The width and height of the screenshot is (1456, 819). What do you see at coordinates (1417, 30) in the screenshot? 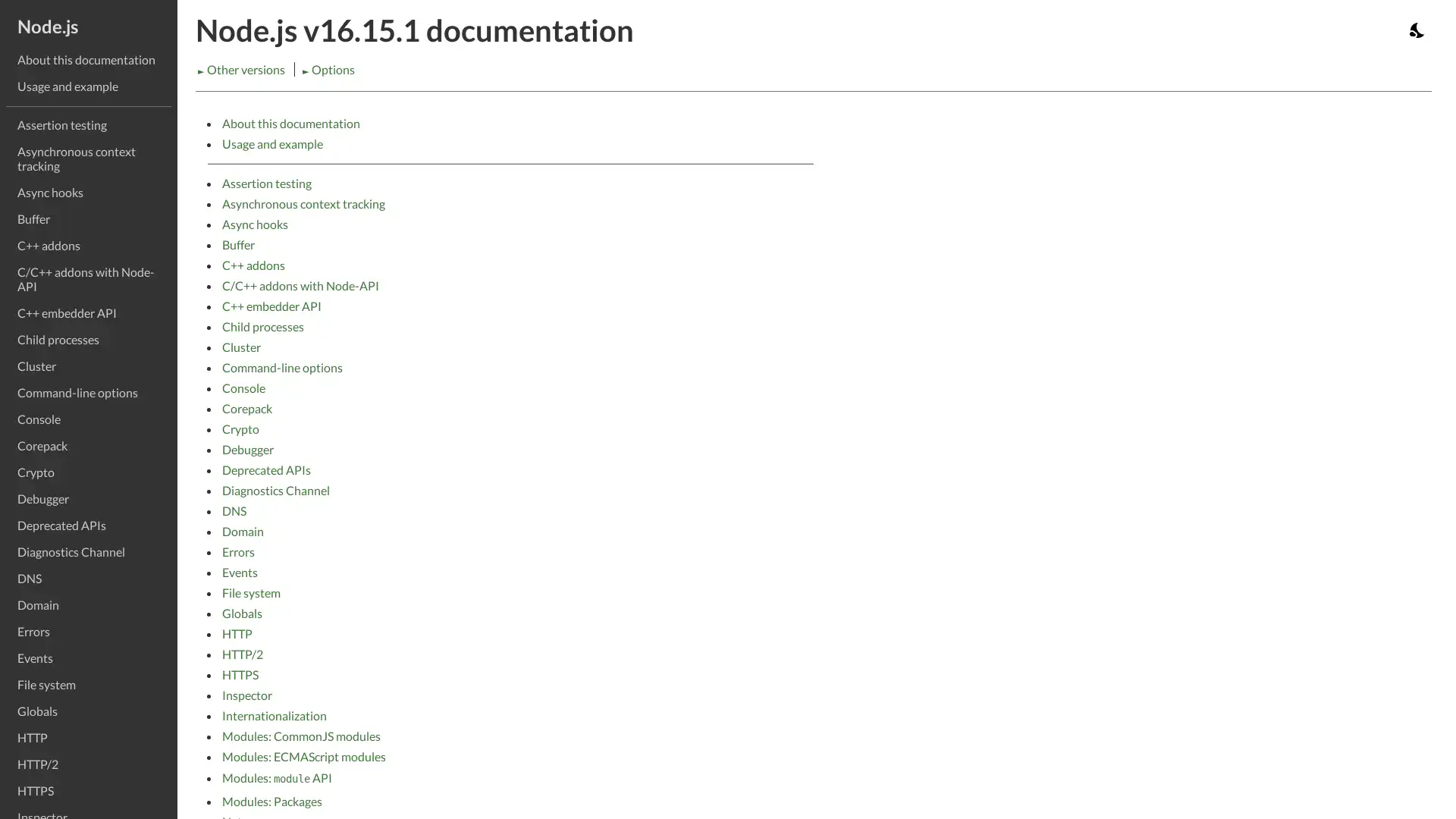
I see `Toggle dark mode/light mode` at bounding box center [1417, 30].